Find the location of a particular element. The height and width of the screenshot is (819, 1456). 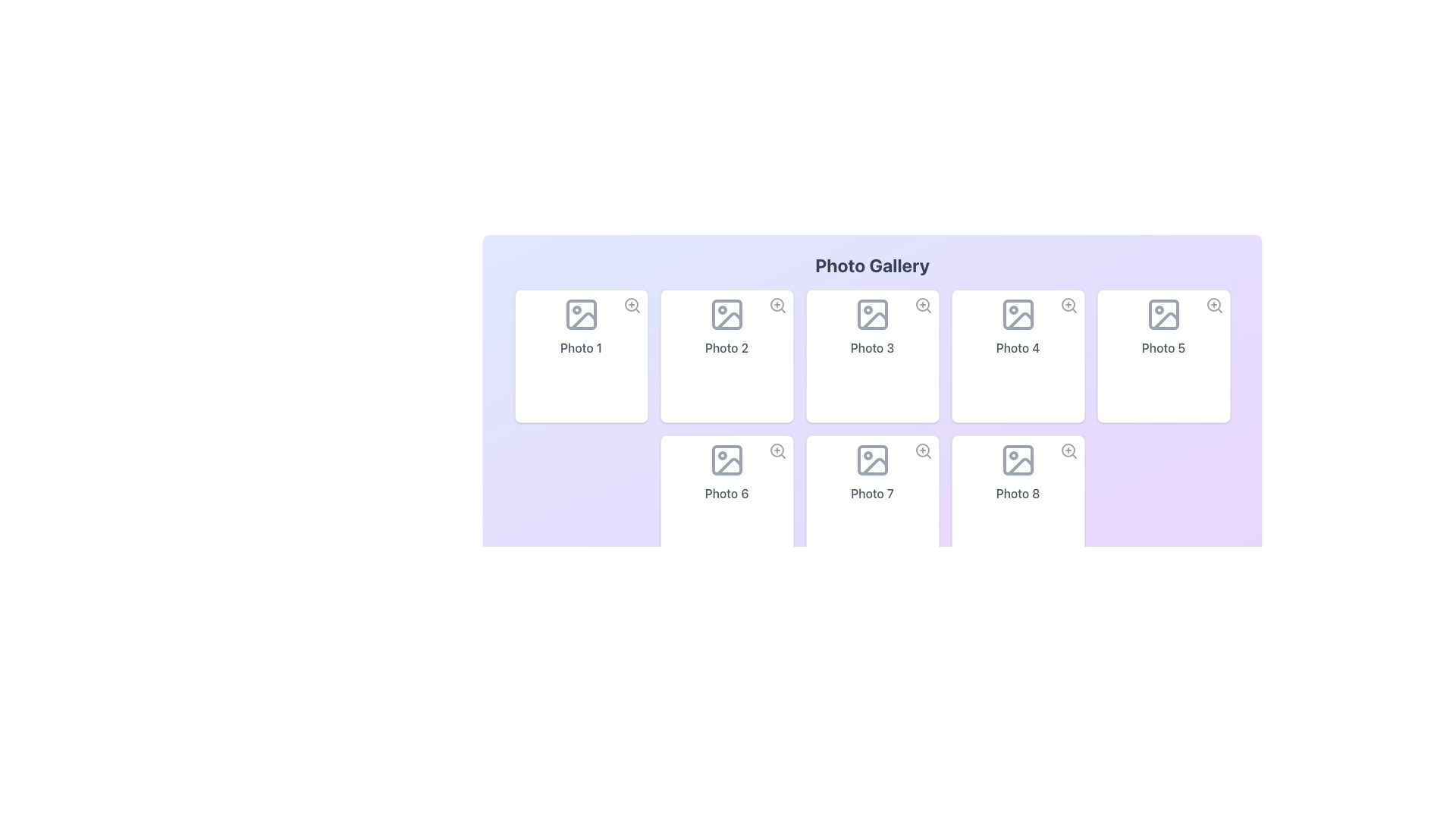

the text label titled 'Photo 8' located in the eighth tile of the grid under 'Photo Gallery', positioned directly below the icon for 'Photo 8' is located at coordinates (1018, 494).